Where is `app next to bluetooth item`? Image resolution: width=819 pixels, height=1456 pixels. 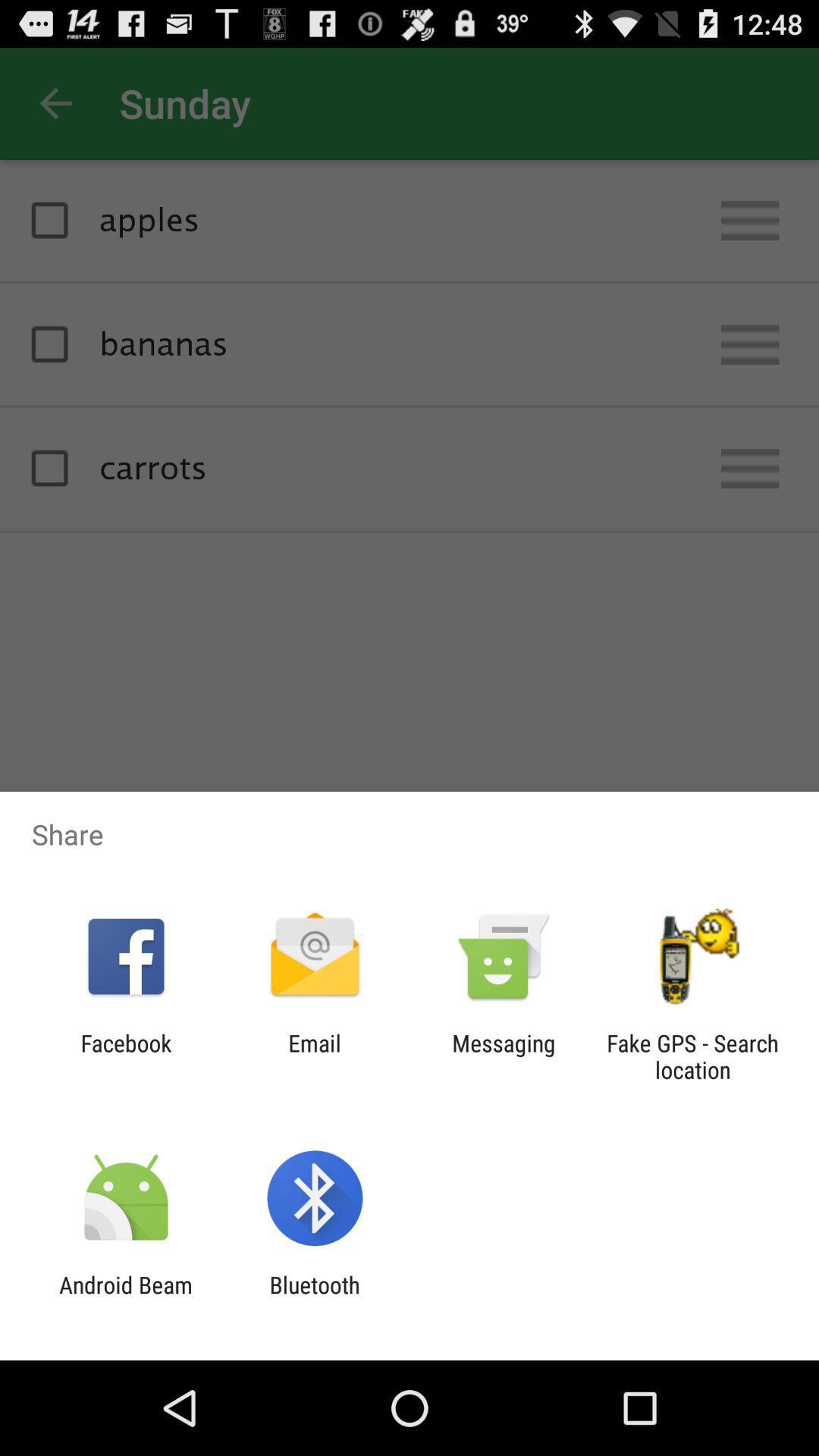
app next to bluetooth item is located at coordinates (125, 1298).